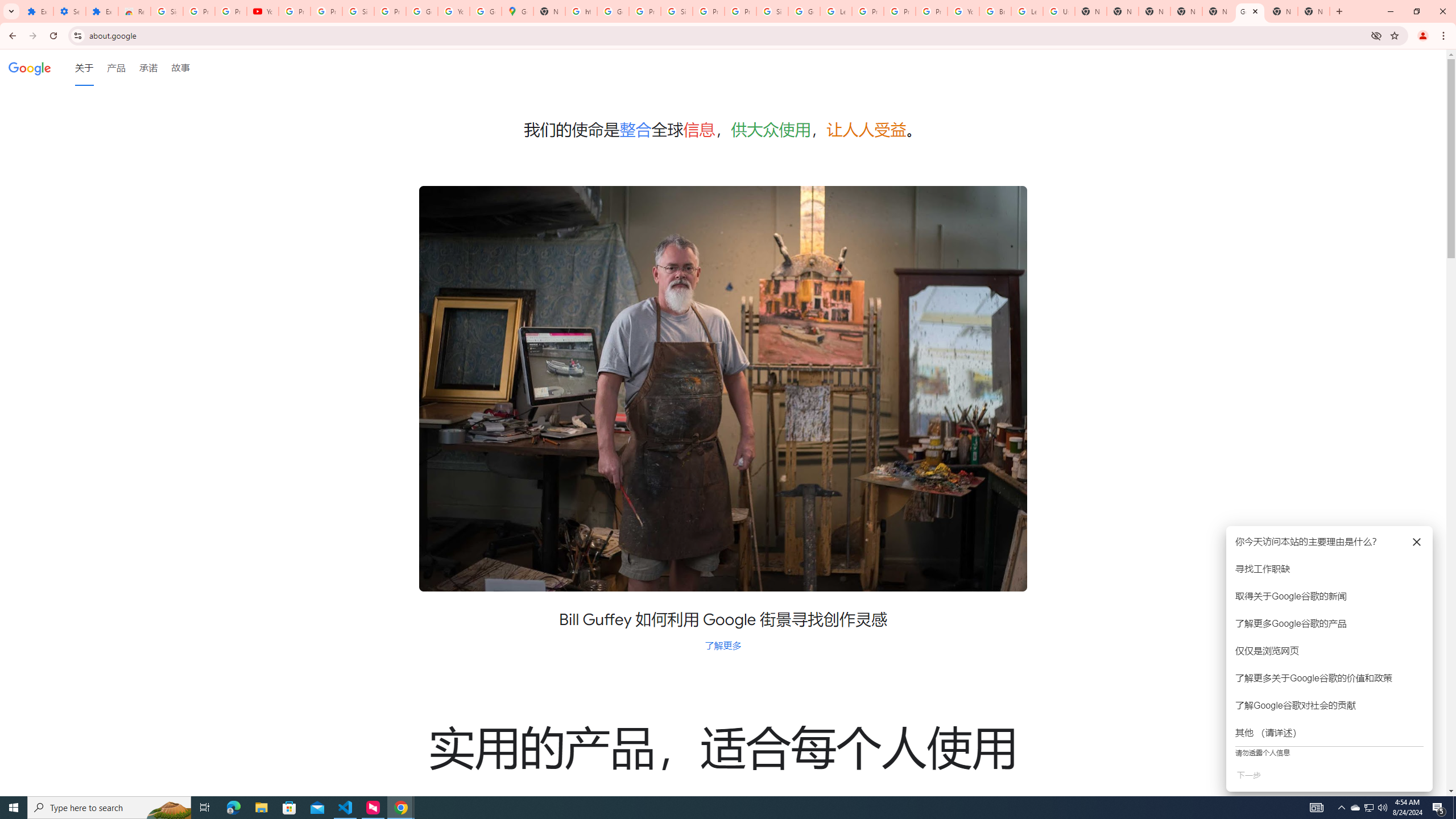 The width and height of the screenshot is (1456, 819). Describe the element at coordinates (676, 11) in the screenshot. I see `'Sign in - Google Accounts'` at that location.